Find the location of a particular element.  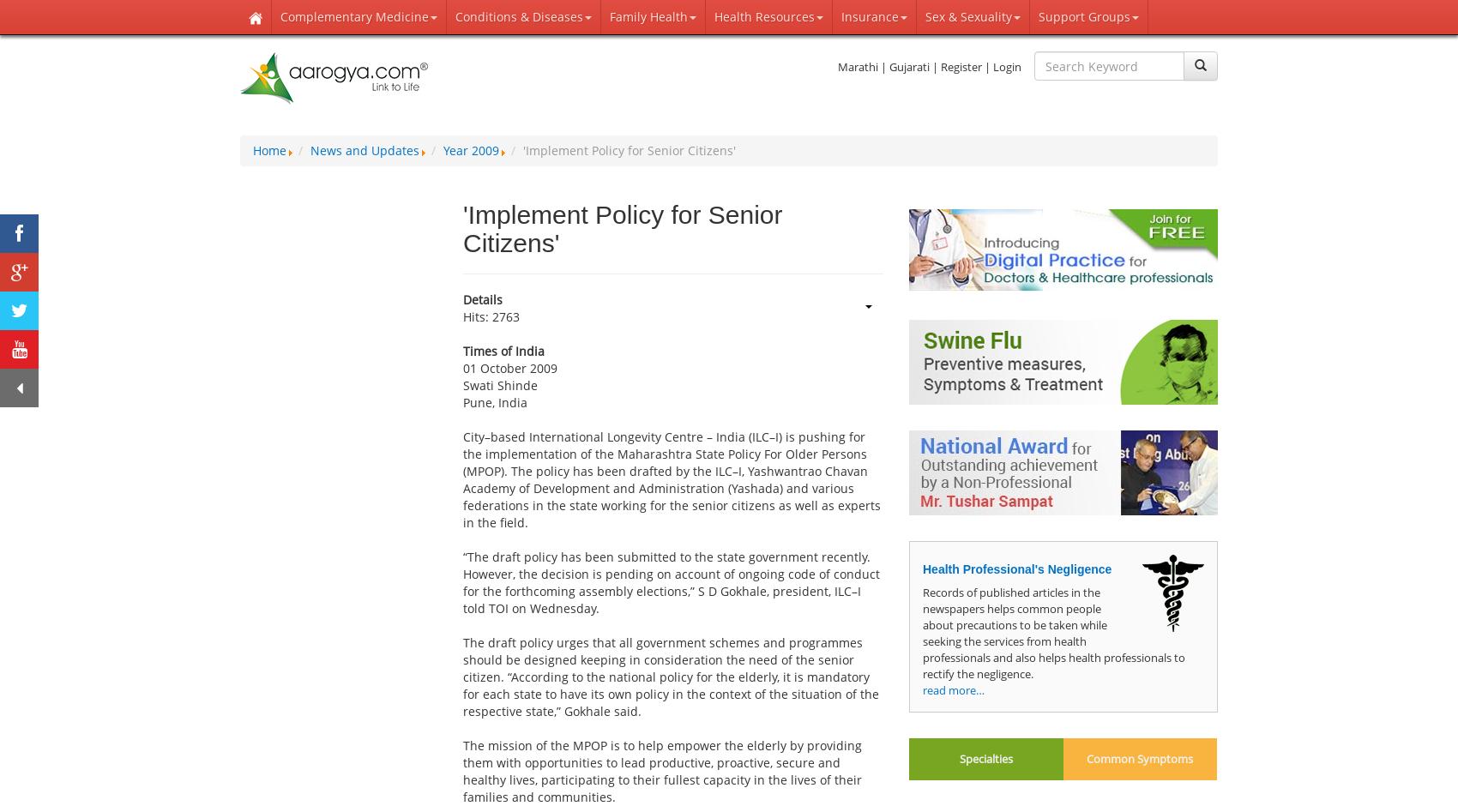

'Login' is located at coordinates (1006, 67).